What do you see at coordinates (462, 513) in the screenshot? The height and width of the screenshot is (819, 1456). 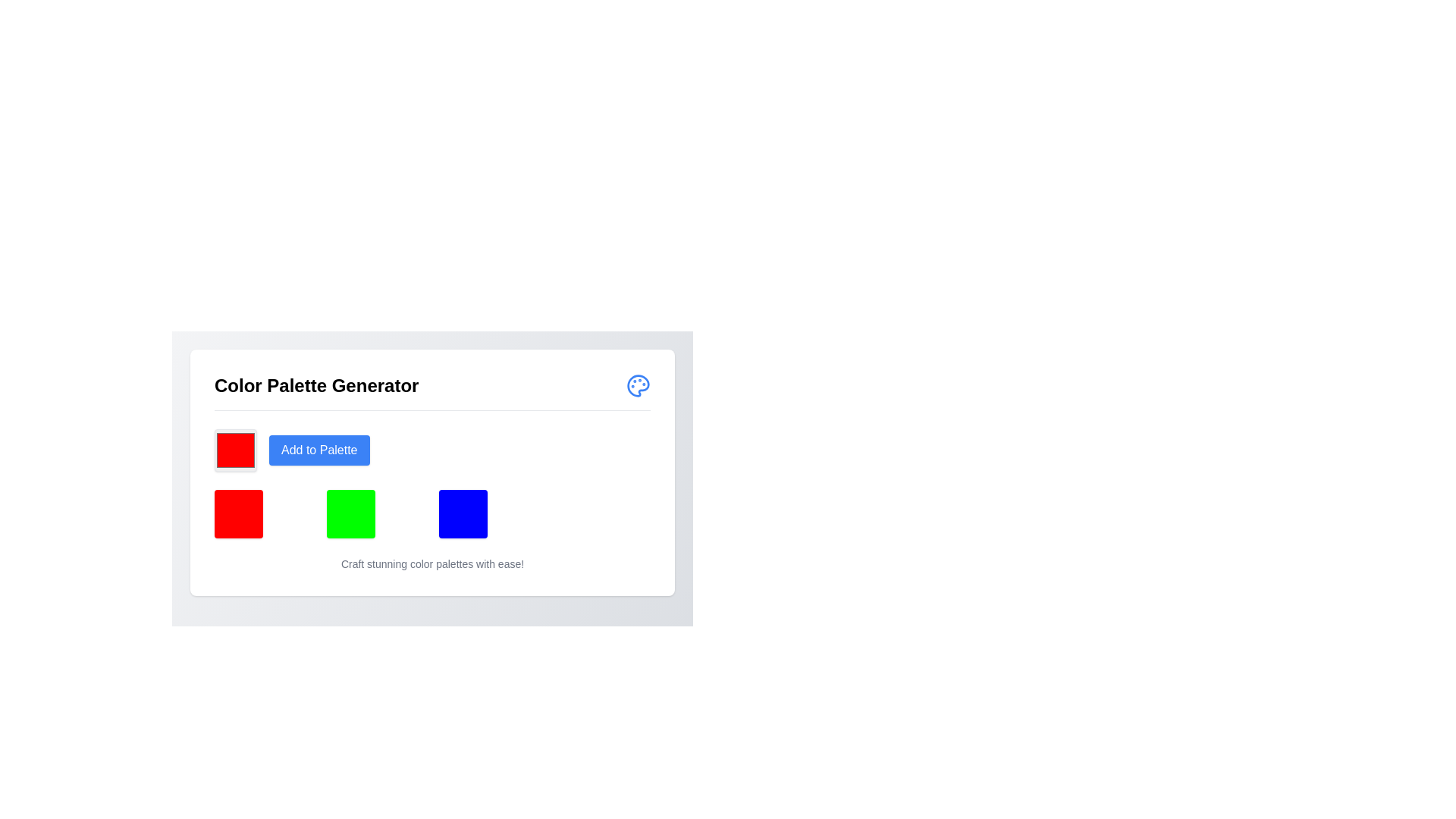 I see `the blue square color block with rounded edges and shadow effect` at bounding box center [462, 513].